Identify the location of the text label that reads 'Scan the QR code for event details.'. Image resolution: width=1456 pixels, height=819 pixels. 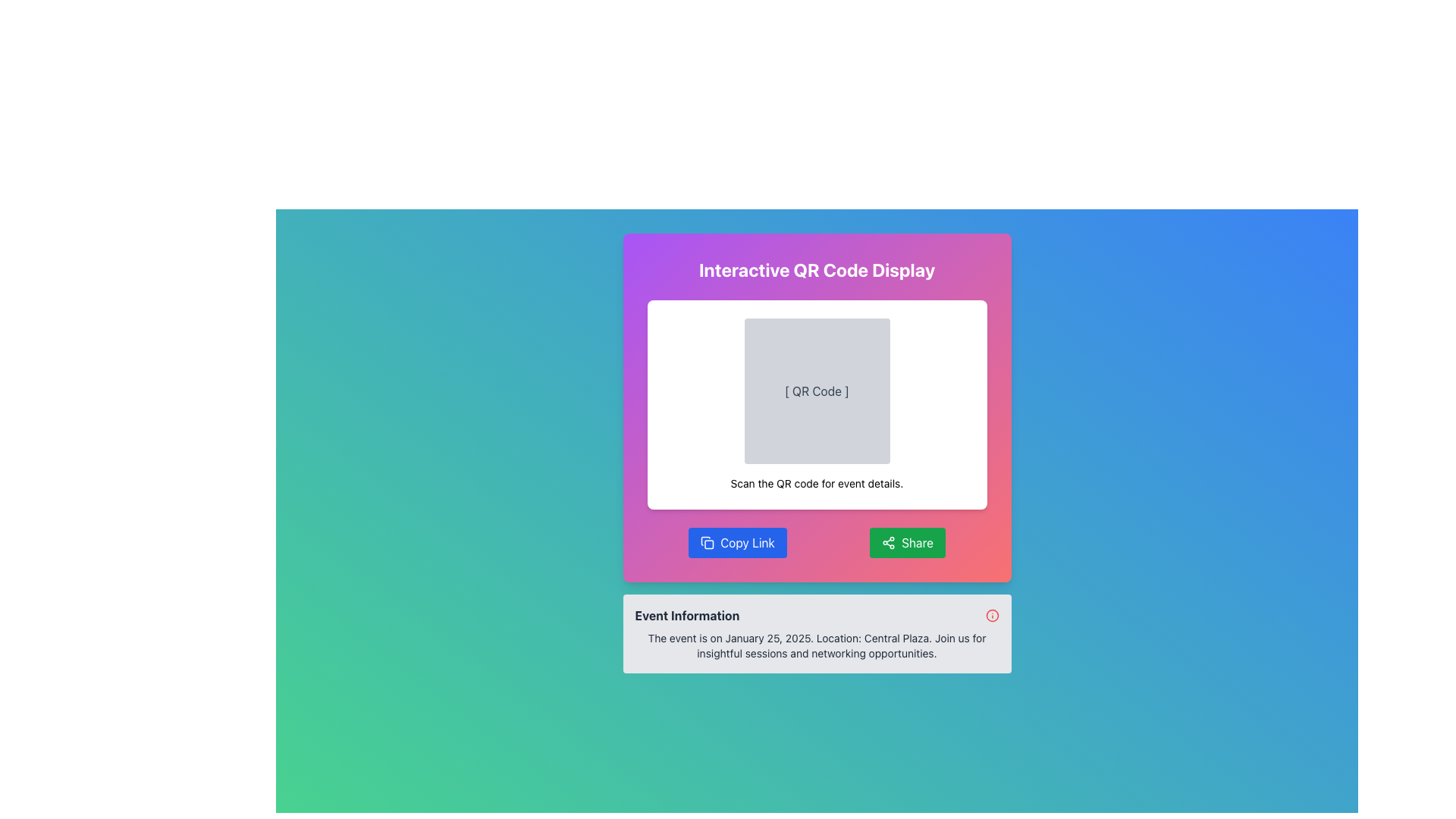
(816, 483).